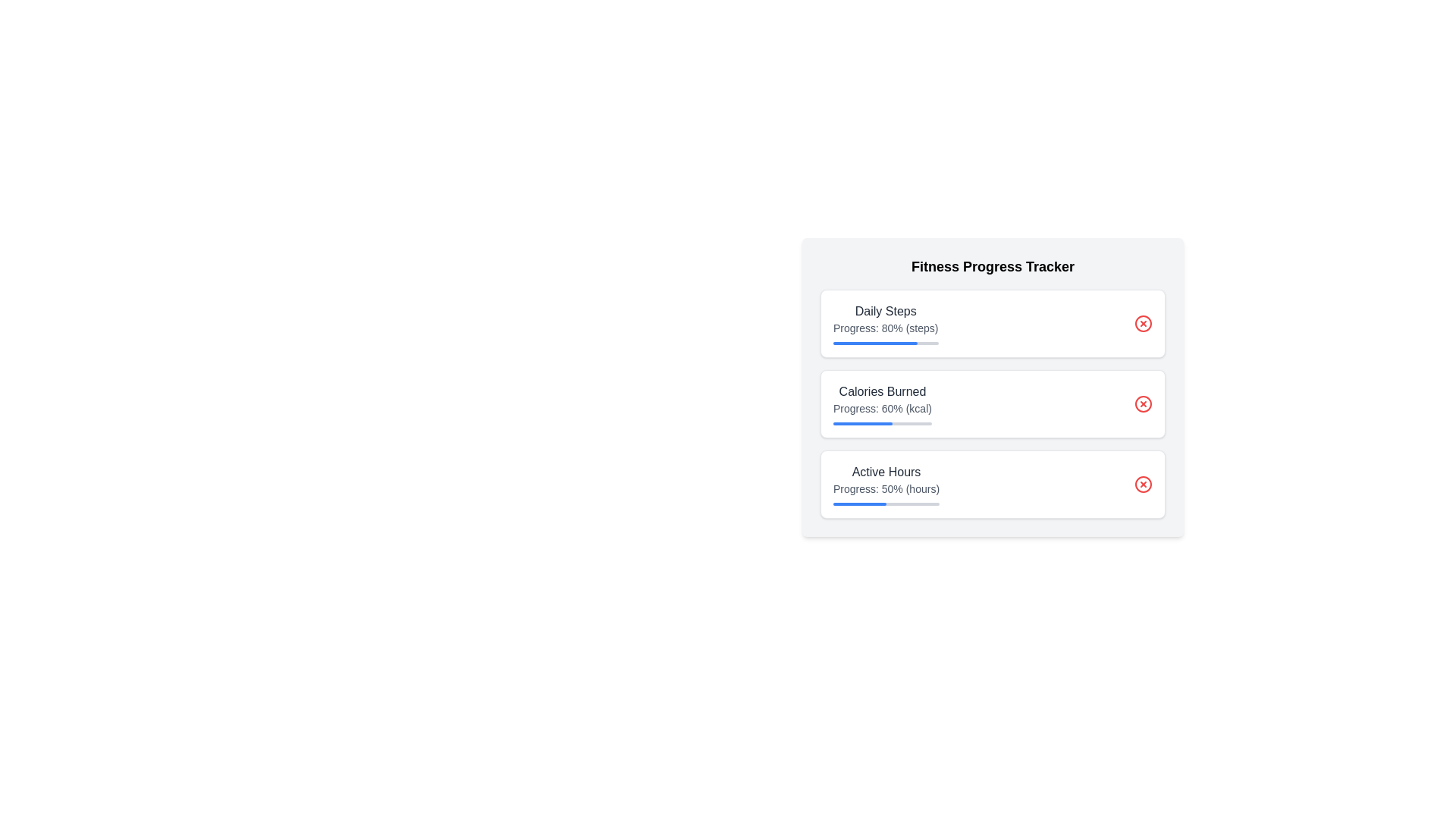  Describe the element at coordinates (993, 485) in the screenshot. I see `the text labels for the progress bar labeled 'Active Hours' with a descriptor 'Progress: 50% (hours)' located within the 'Fitness Progress Tracker' card` at that location.